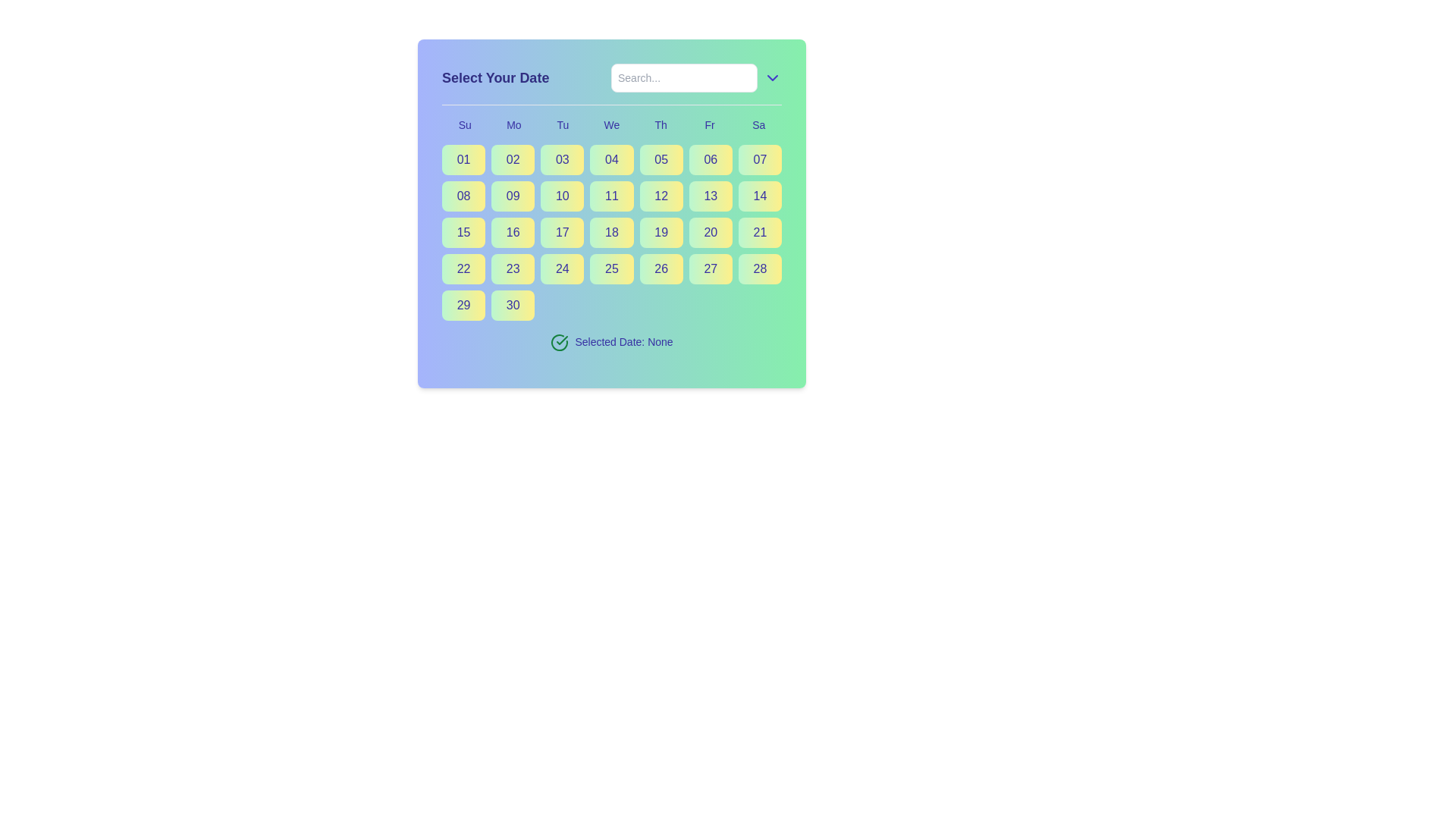  Describe the element at coordinates (559, 342) in the screenshot. I see `the visual indicator icon located to the left of the text 'Selected Date: None', which confirms a successful selection or completion of an action` at that location.